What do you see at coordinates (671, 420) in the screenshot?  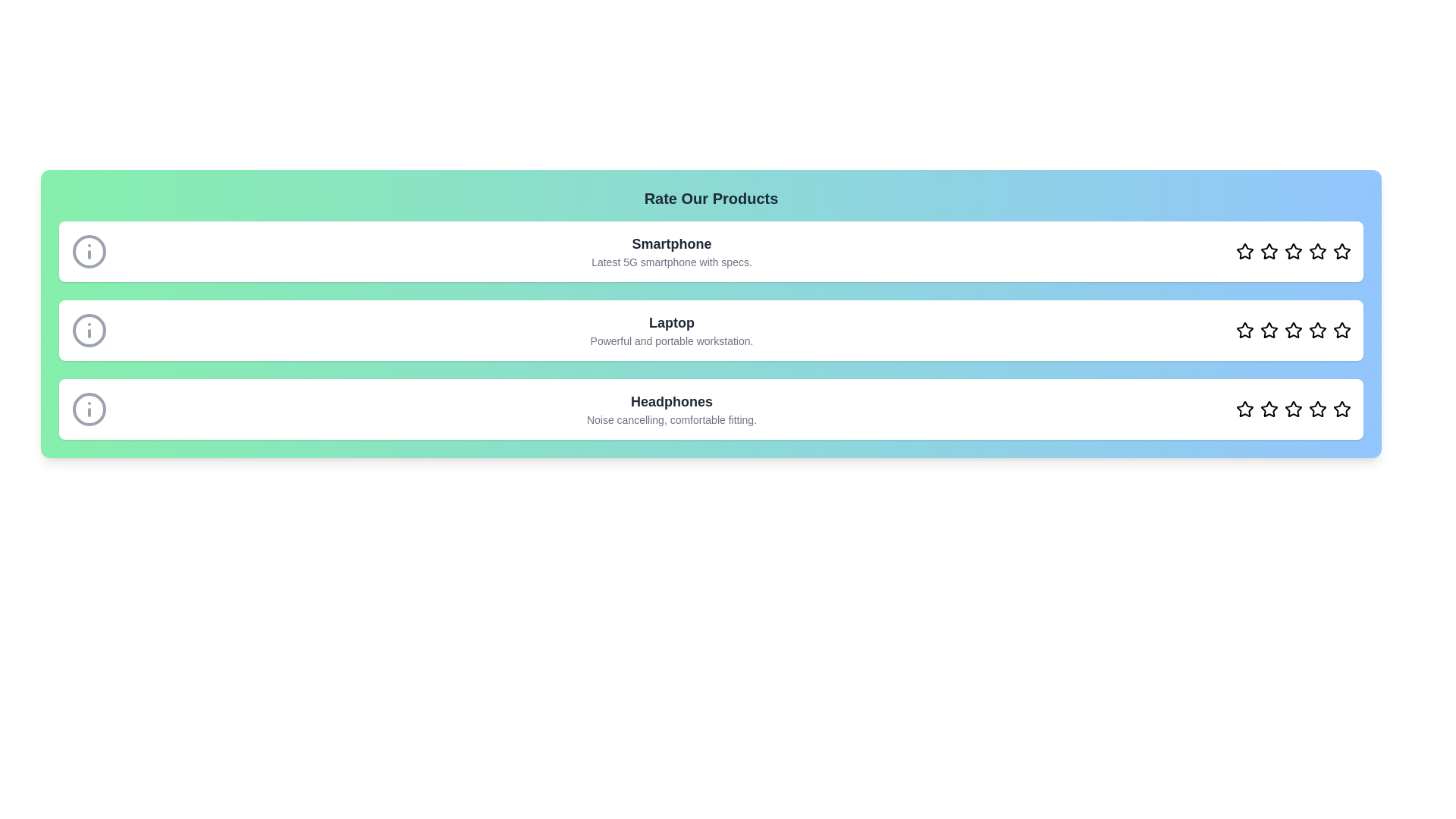 I see `the text label displaying 'Noise cancelling, comfortable fitting.' located beneath the 'Headphones' title in the 'Headphones' section` at bounding box center [671, 420].